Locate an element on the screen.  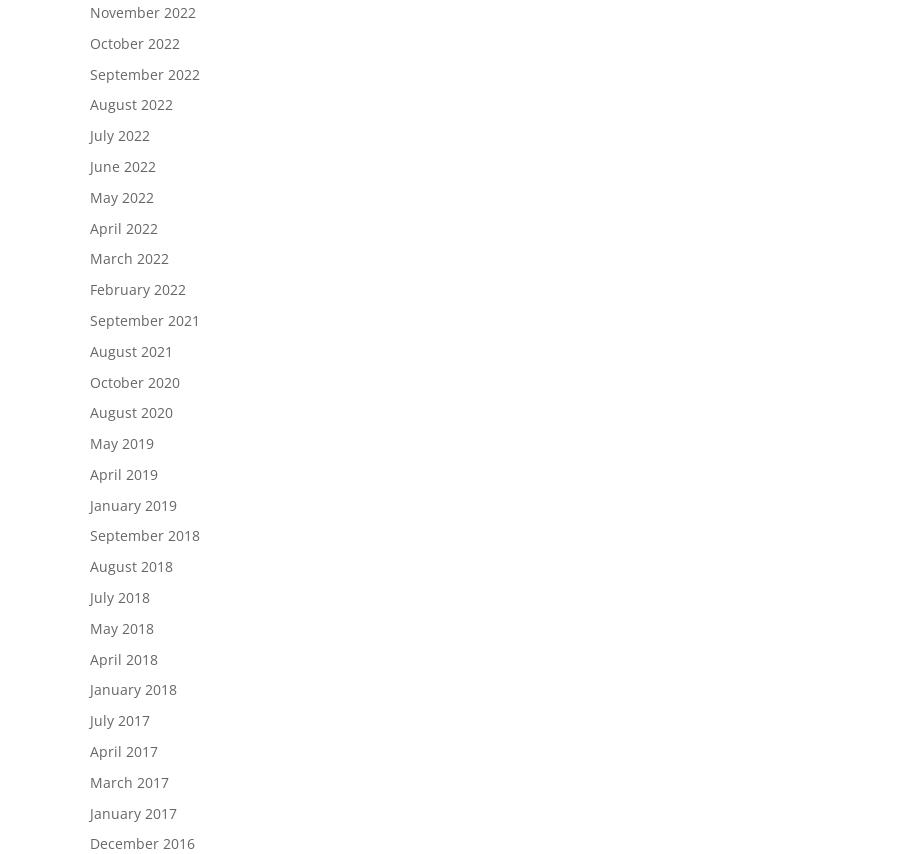
'October 2020' is located at coordinates (135, 380).